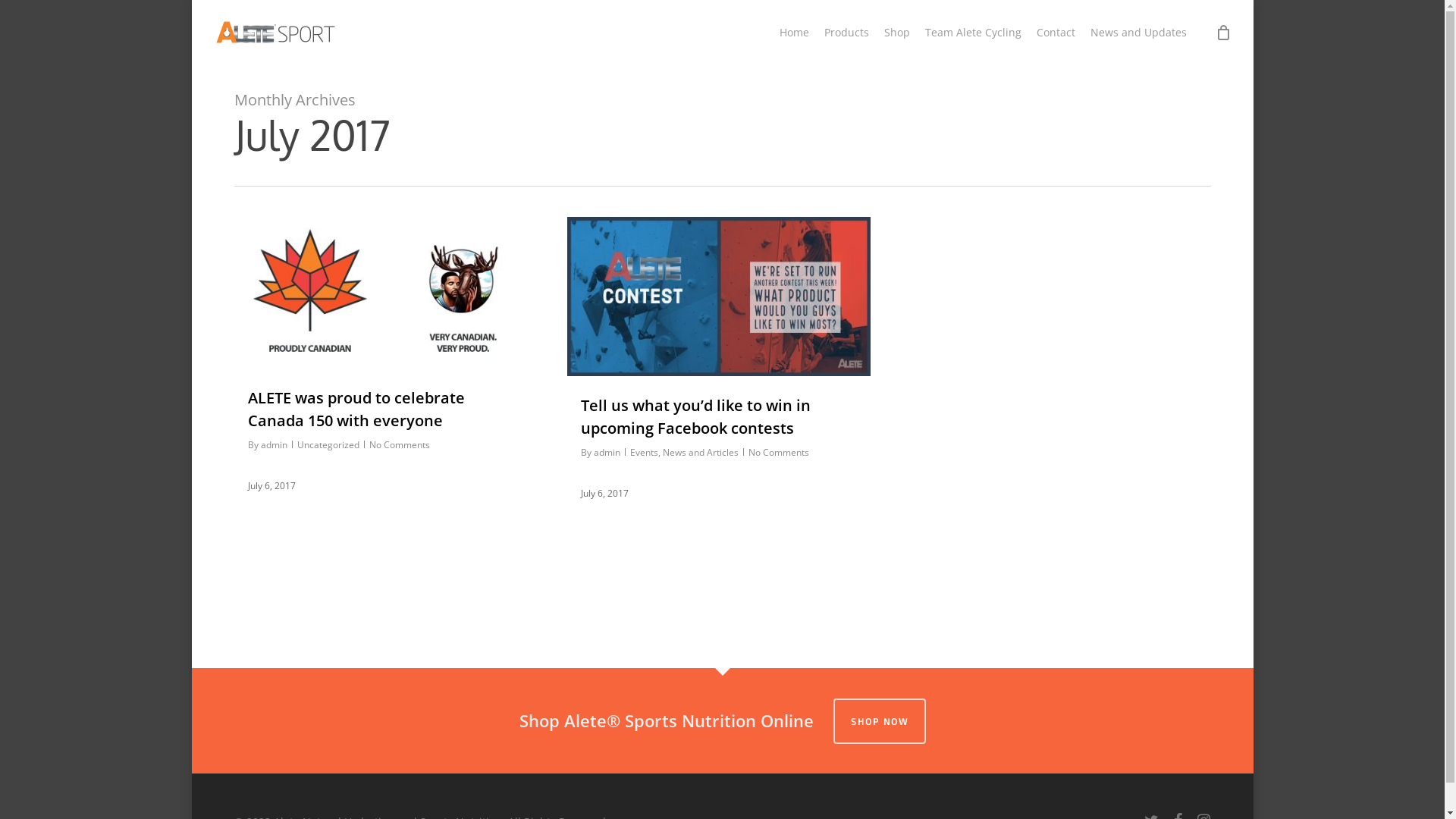 This screenshot has height=819, width=1456. What do you see at coordinates (747, 451) in the screenshot?
I see `'No Comments'` at bounding box center [747, 451].